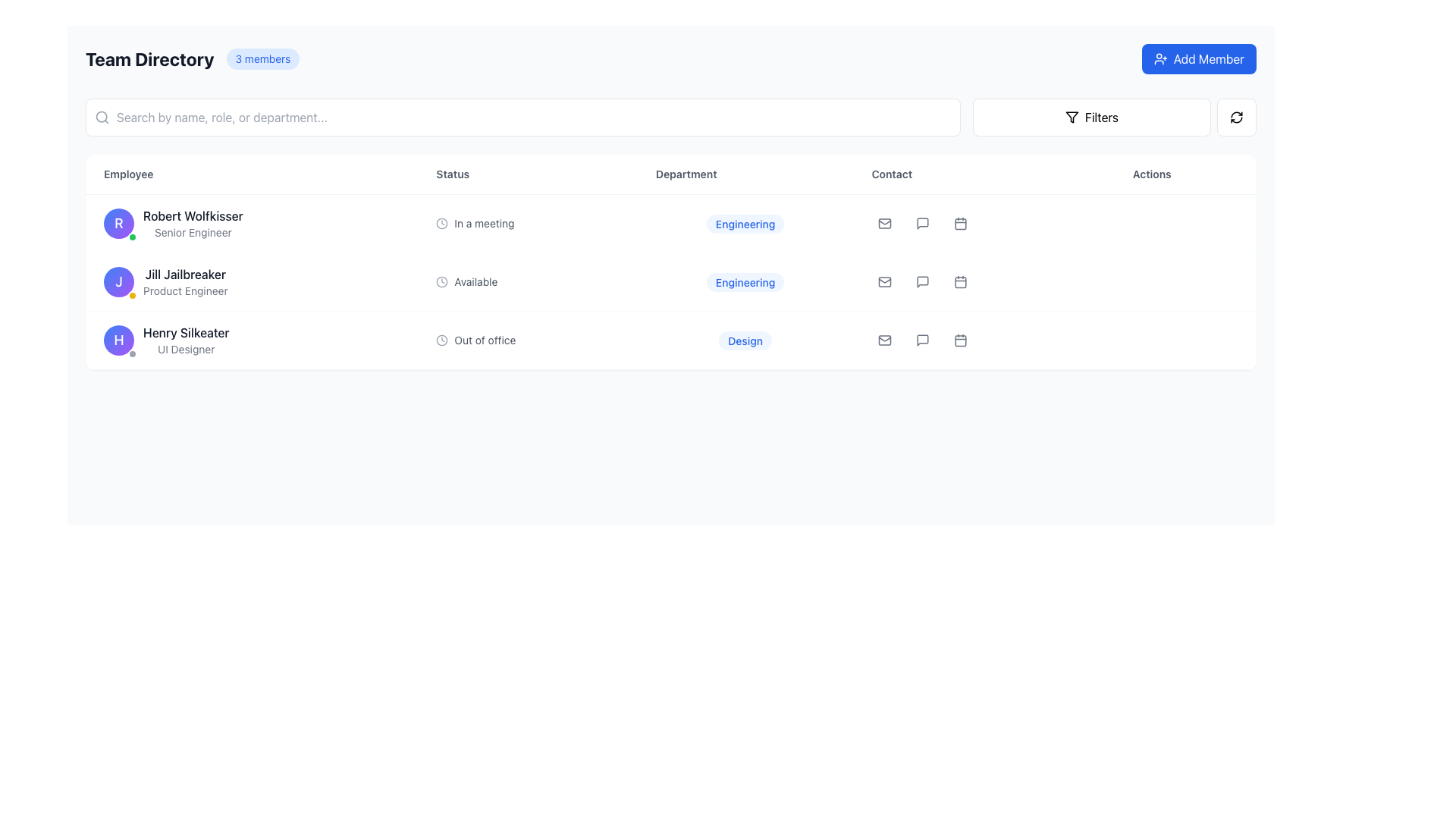  I want to click on the Icon Button, so click(959, 281).